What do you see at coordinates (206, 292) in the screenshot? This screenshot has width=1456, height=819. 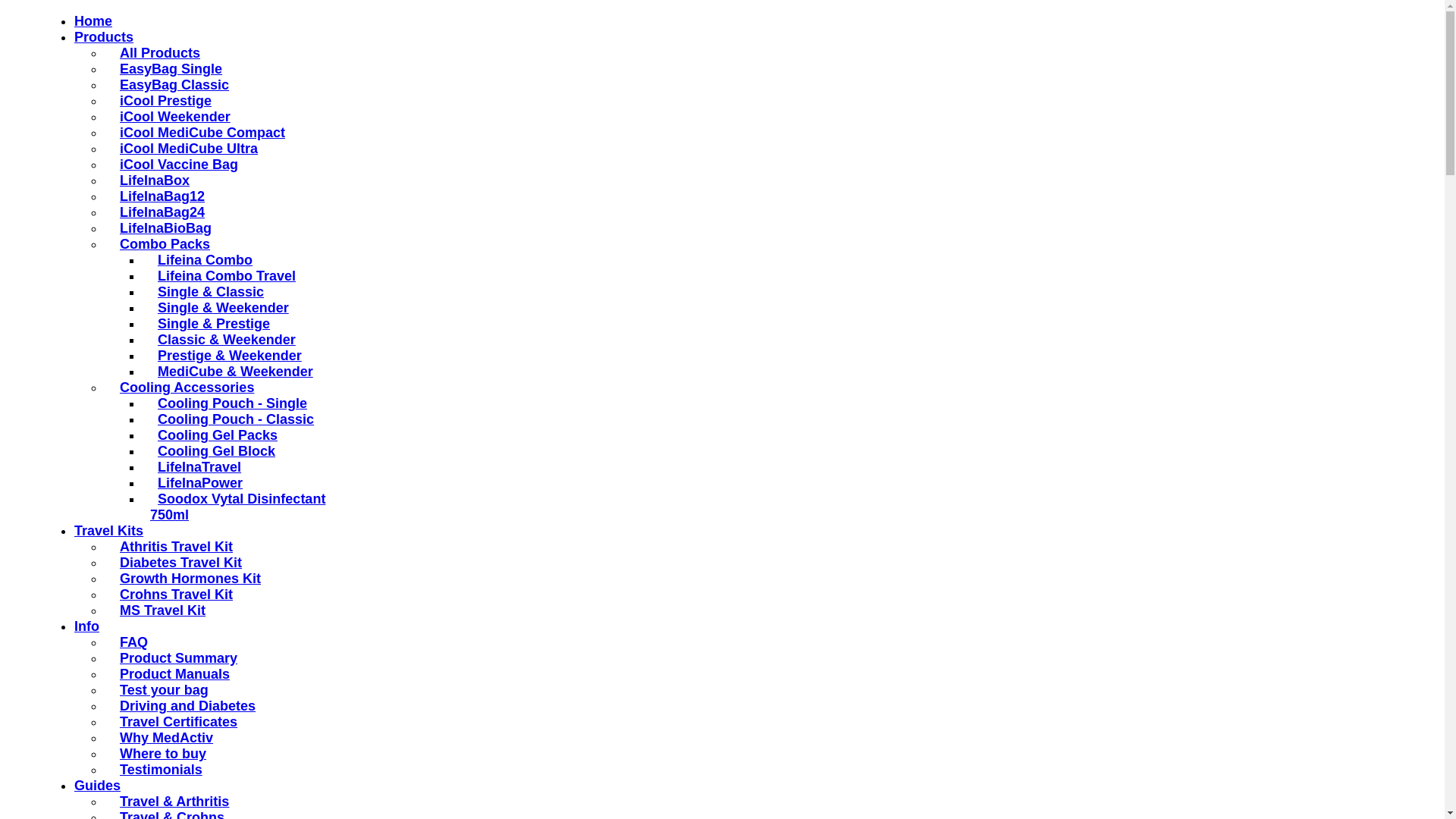 I see `'Single & Classic'` at bounding box center [206, 292].